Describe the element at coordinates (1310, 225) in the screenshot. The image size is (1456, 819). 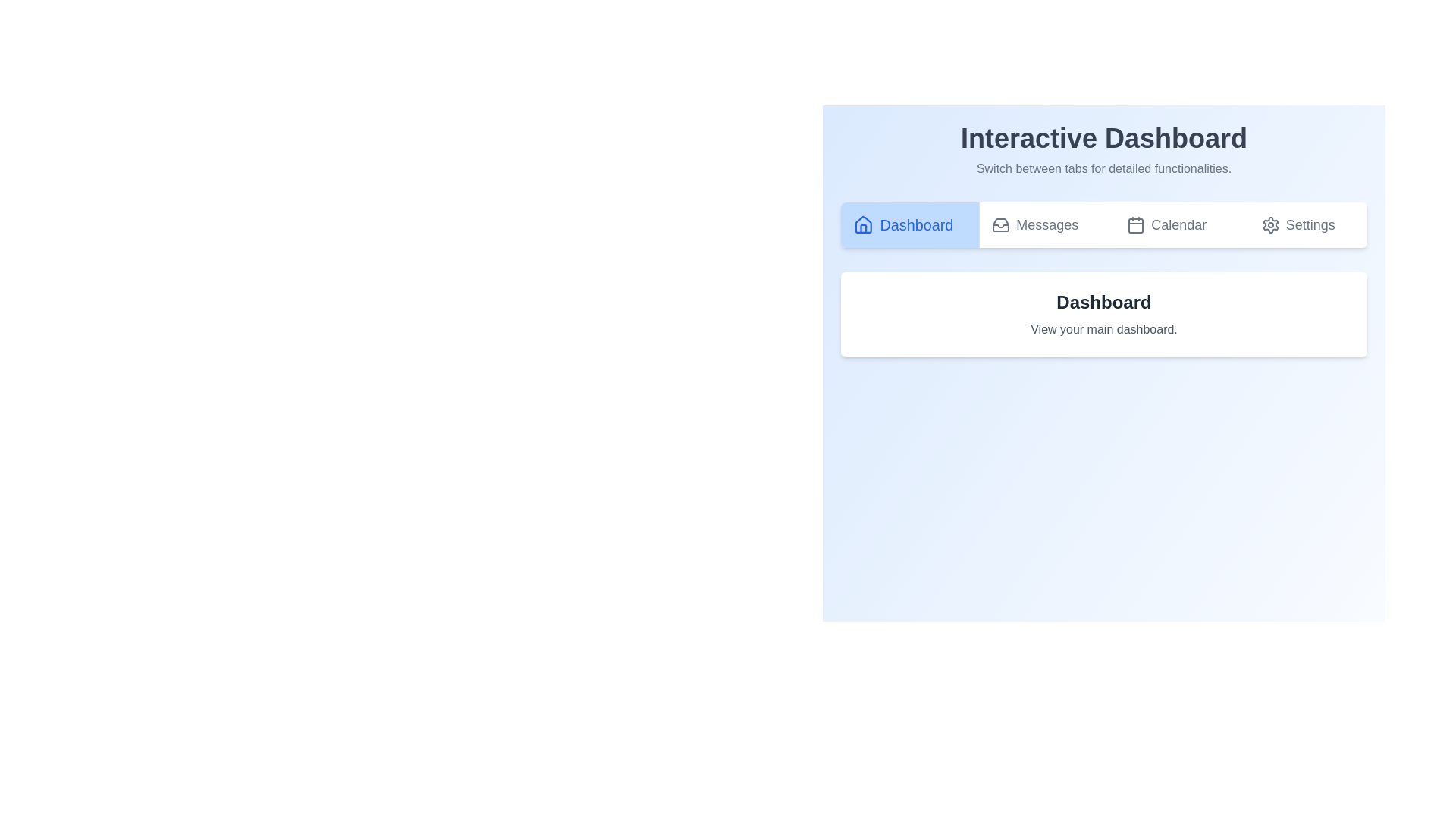
I see `the 'Settings' text label located at the top-right corner of the interface, styled in gray and changing appearance when hovered over, indicating interactivity` at that location.